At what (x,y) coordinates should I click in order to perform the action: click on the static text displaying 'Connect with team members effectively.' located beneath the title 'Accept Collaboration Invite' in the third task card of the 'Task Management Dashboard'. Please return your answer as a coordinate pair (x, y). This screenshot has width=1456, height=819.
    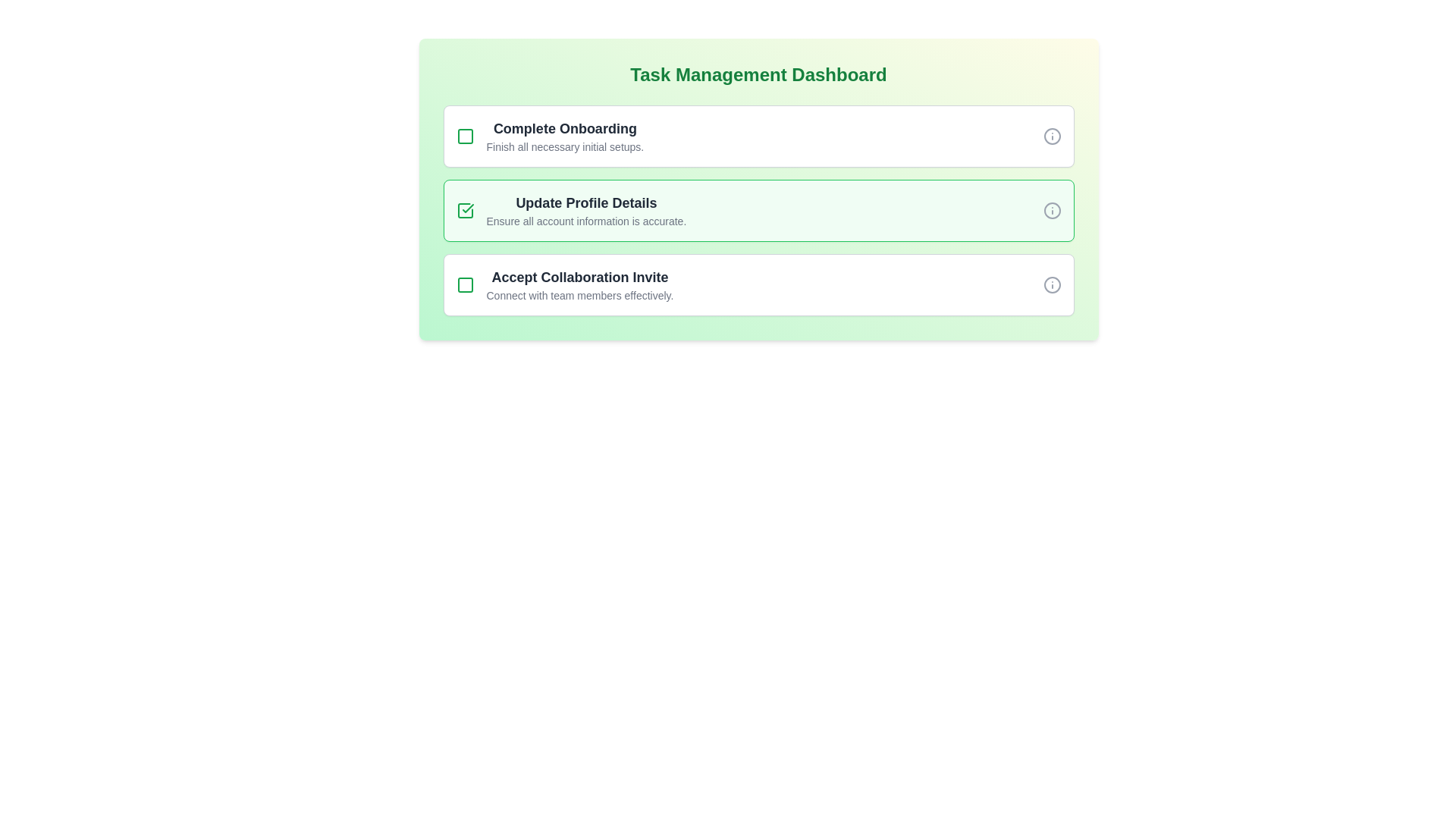
    Looking at the image, I should click on (579, 295).